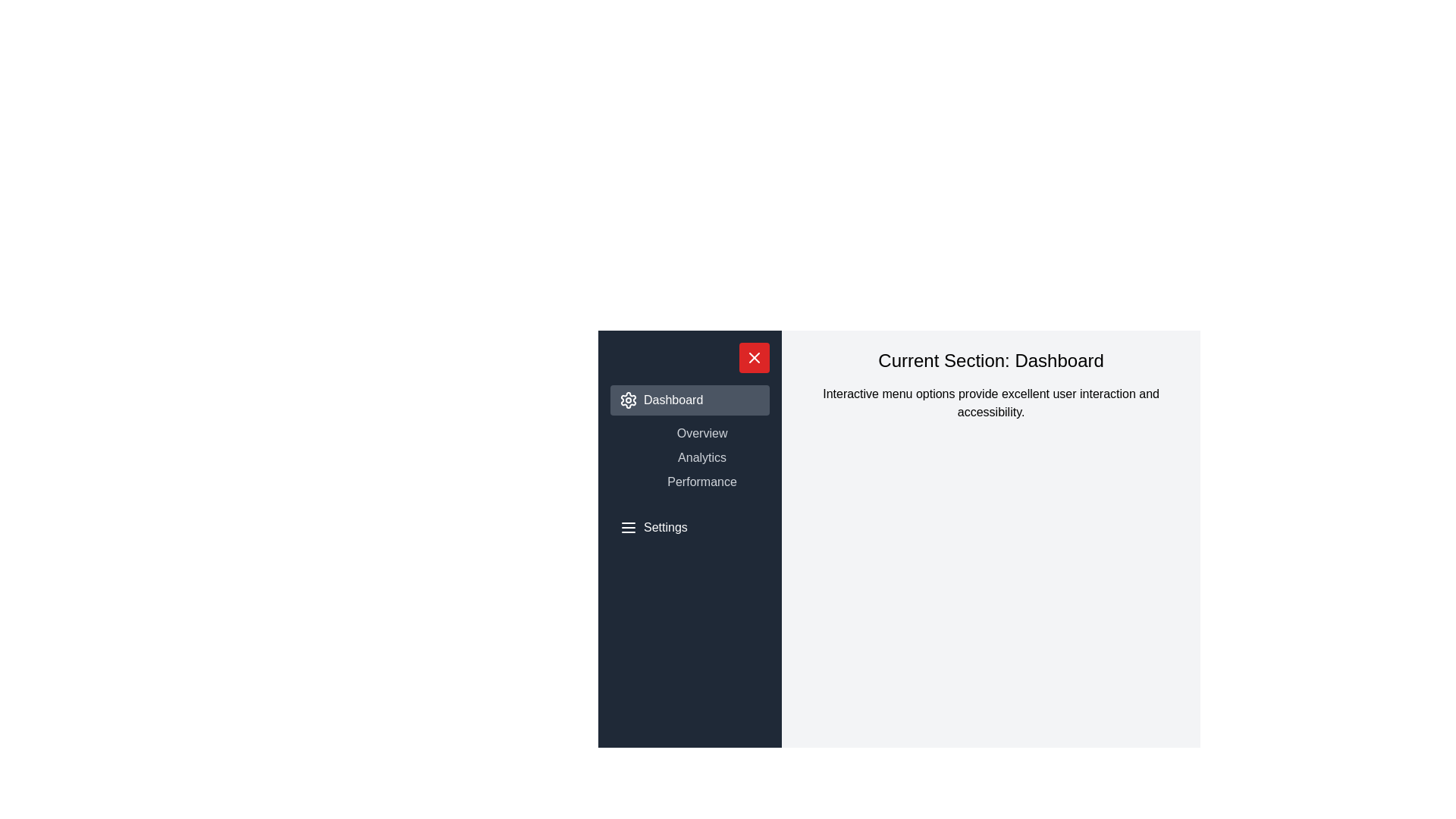 This screenshot has height=819, width=1456. I want to click on the 'Overview' entry in the vertical text menu located in the sidebar under the 'Dashboard' heading, so click(689, 439).